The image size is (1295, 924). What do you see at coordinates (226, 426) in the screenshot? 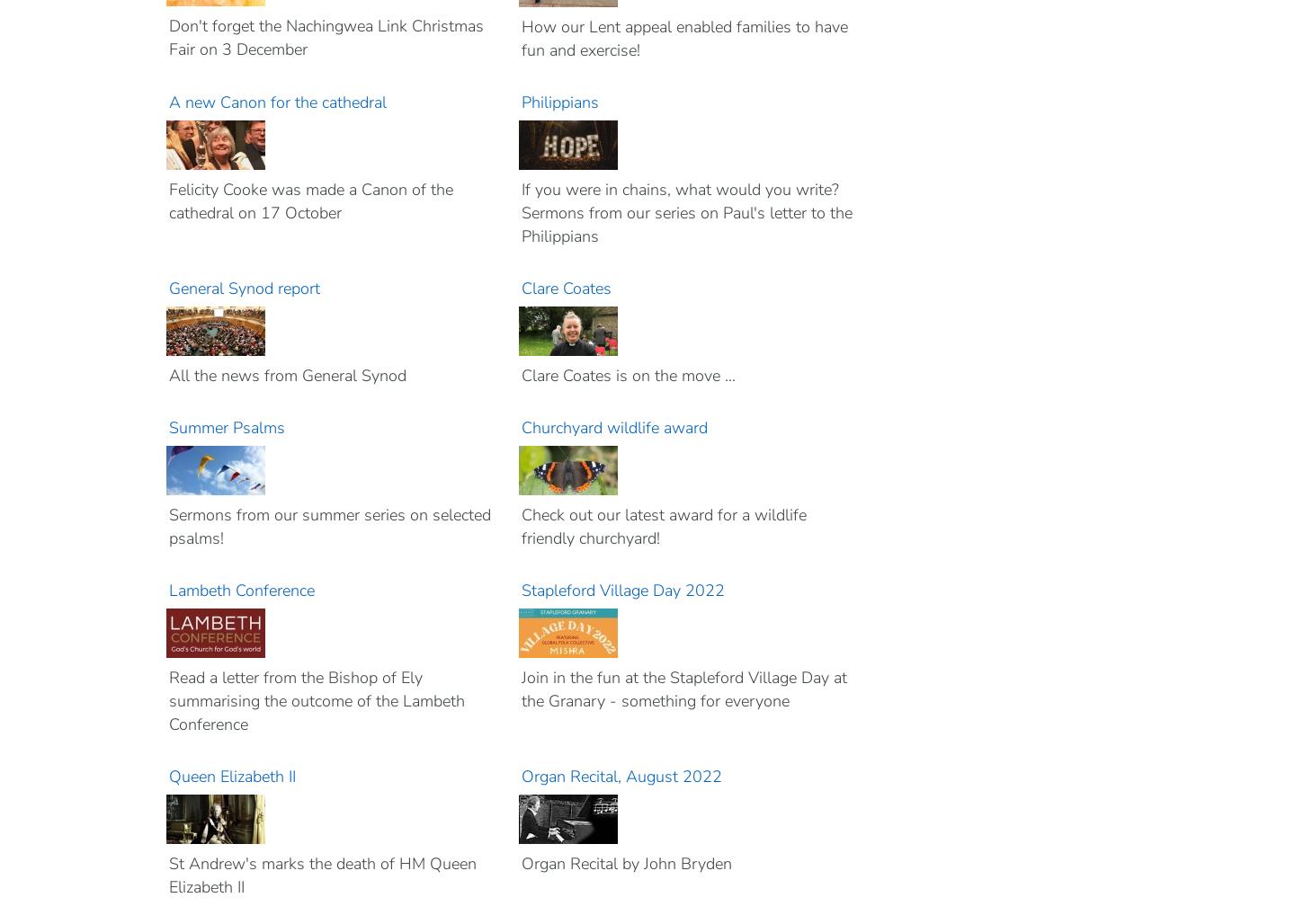
I see `'Summer Psalms'` at bounding box center [226, 426].